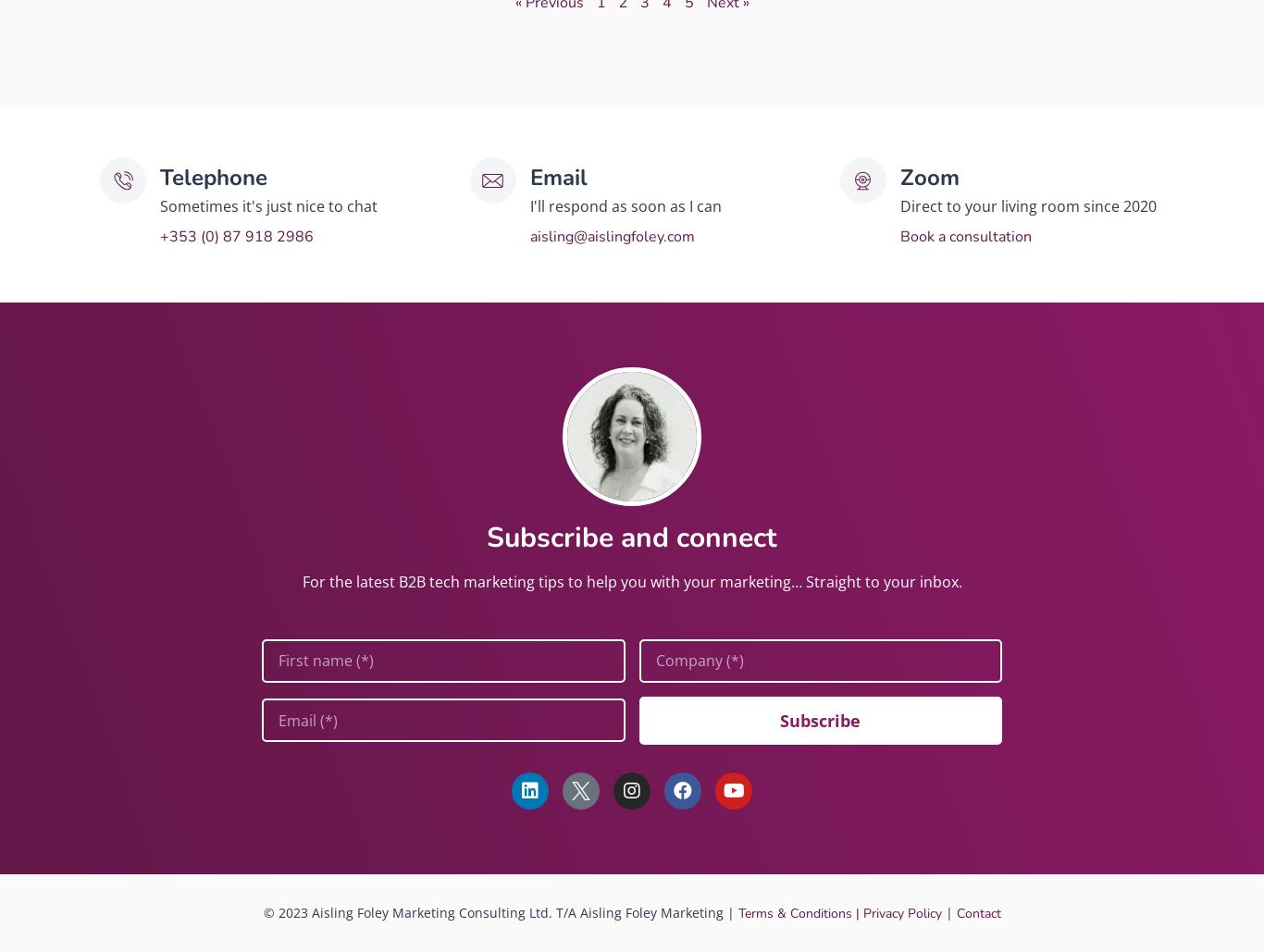  I want to click on 'aisling@aislingfoley.com', so click(611, 234).